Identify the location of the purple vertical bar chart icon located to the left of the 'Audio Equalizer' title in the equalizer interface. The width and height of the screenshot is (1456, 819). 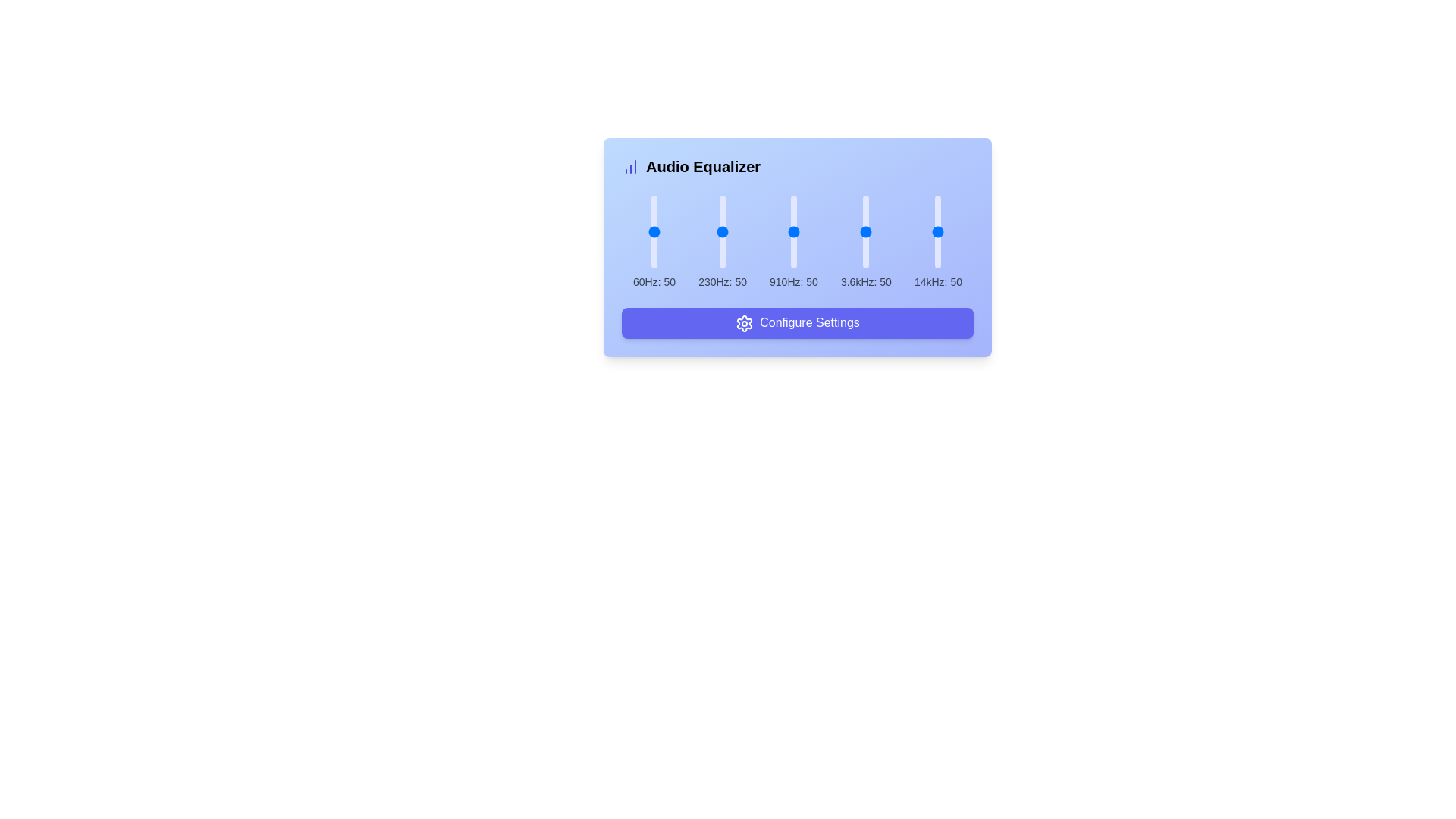
(630, 166).